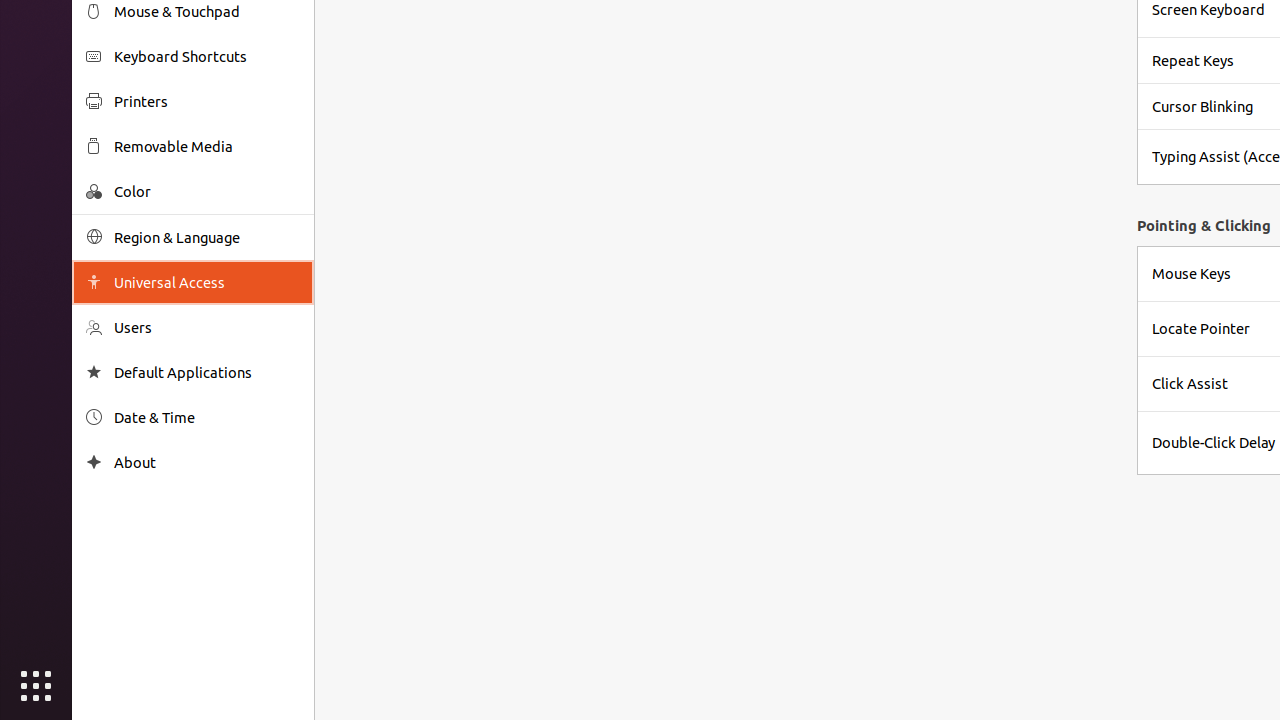  Describe the element at coordinates (206, 236) in the screenshot. I see `'Region & Language'` at that location.